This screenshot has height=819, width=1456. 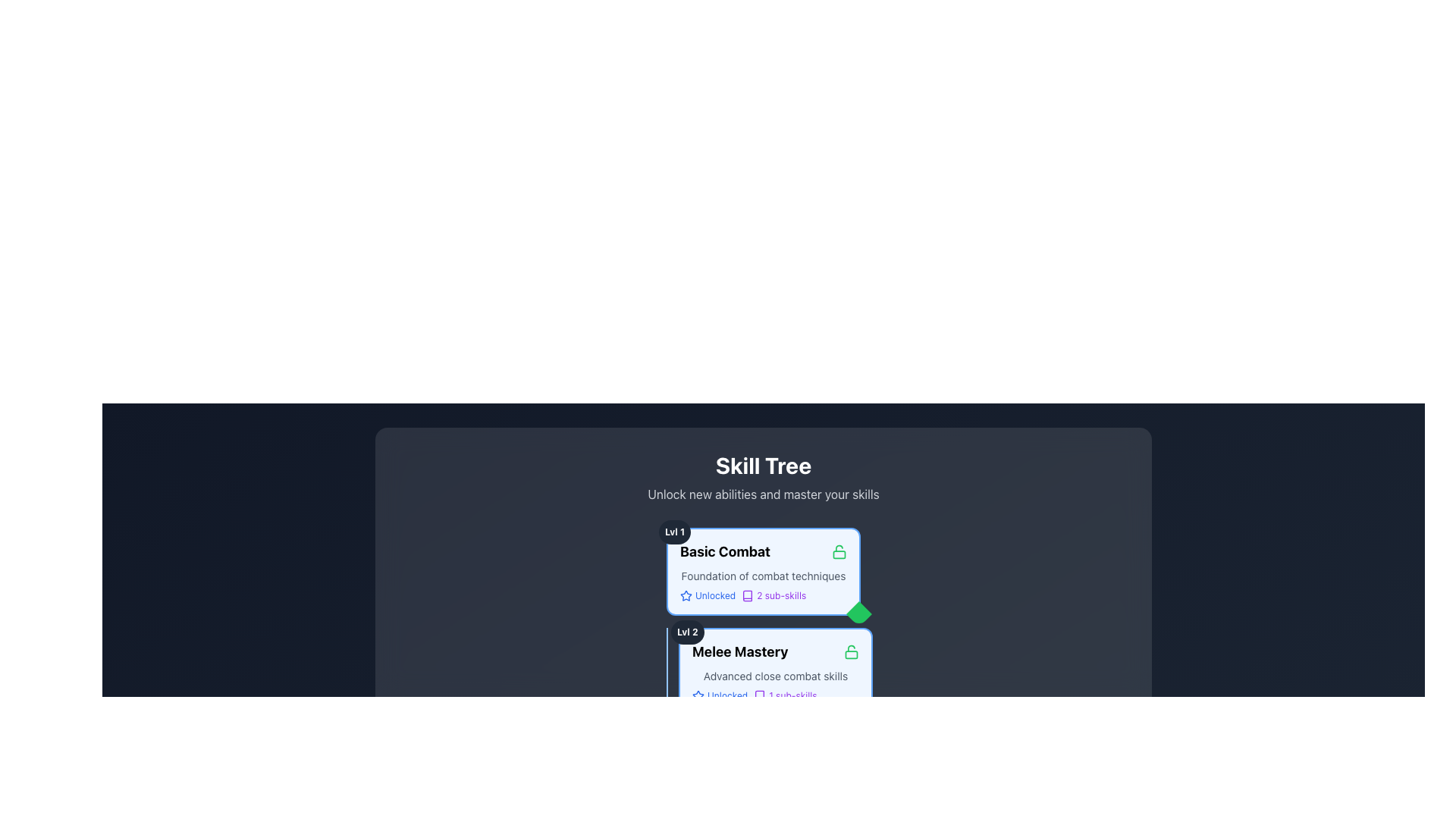 I want to click on the 'Basic Combat' text label, which serves as the title for the 'Lvl 1' section, so click(x=764, y=552).